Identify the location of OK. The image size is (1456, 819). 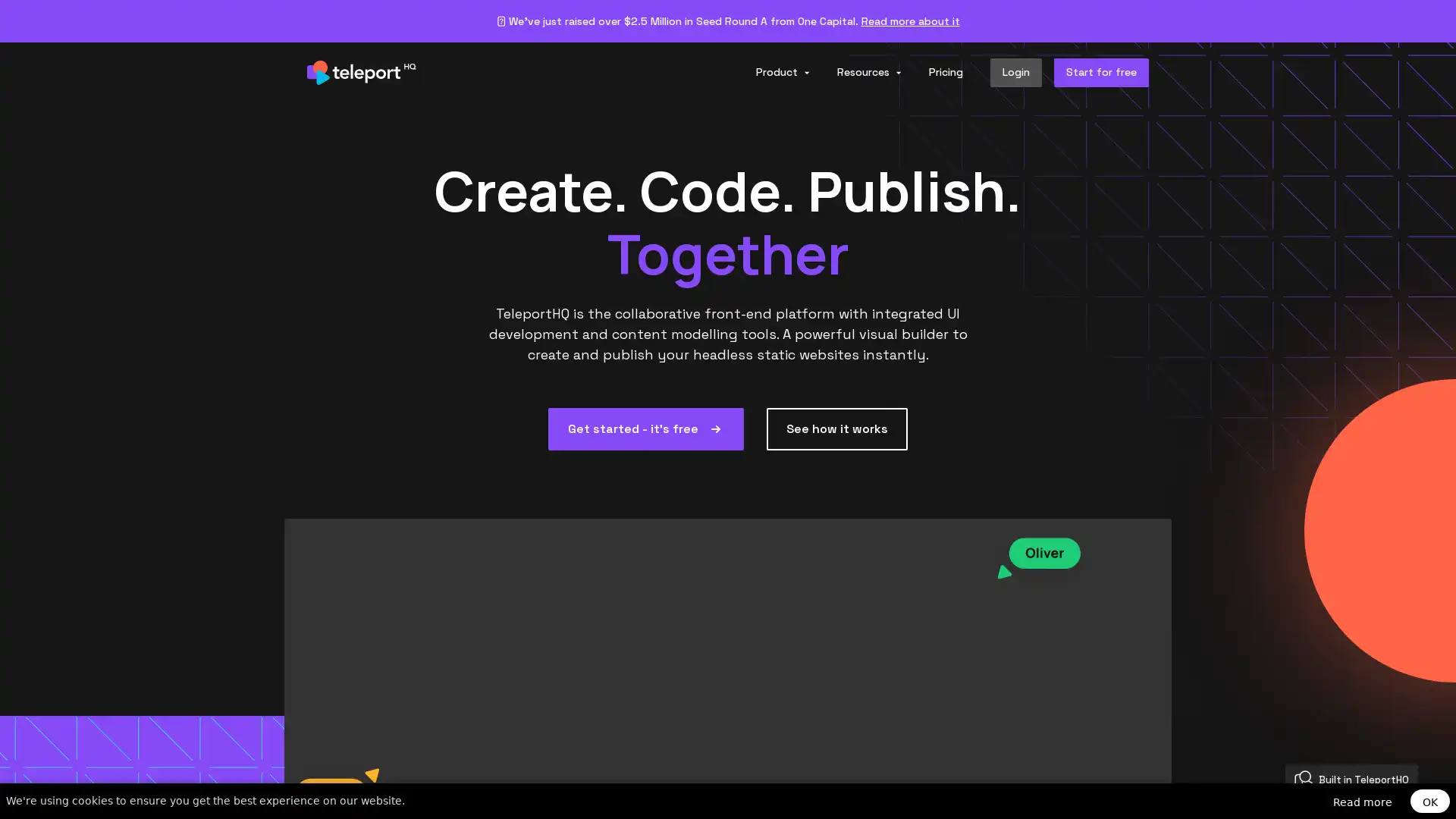
(1429, 800).